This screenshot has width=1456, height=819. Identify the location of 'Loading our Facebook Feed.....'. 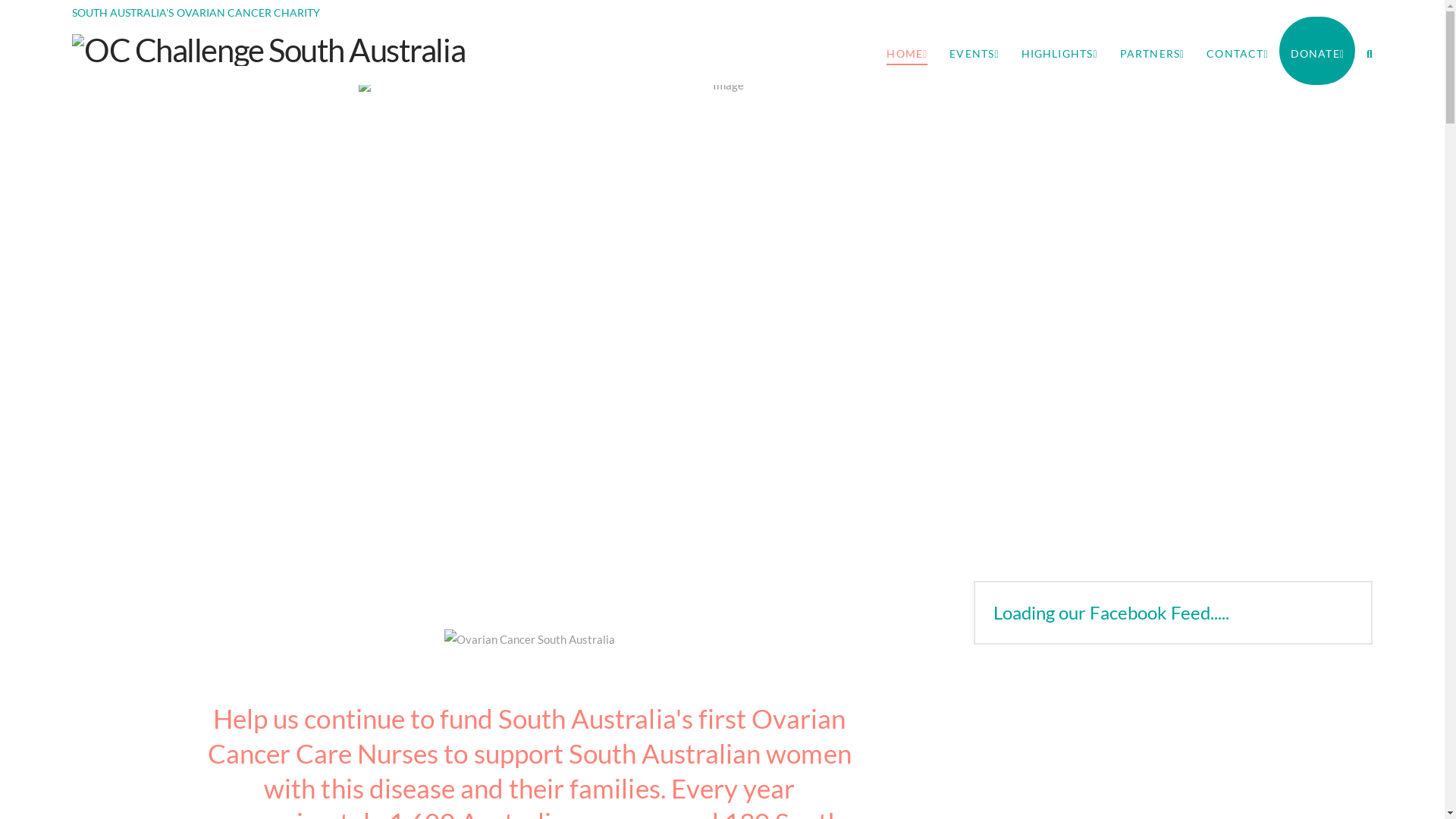
(1111, 611).